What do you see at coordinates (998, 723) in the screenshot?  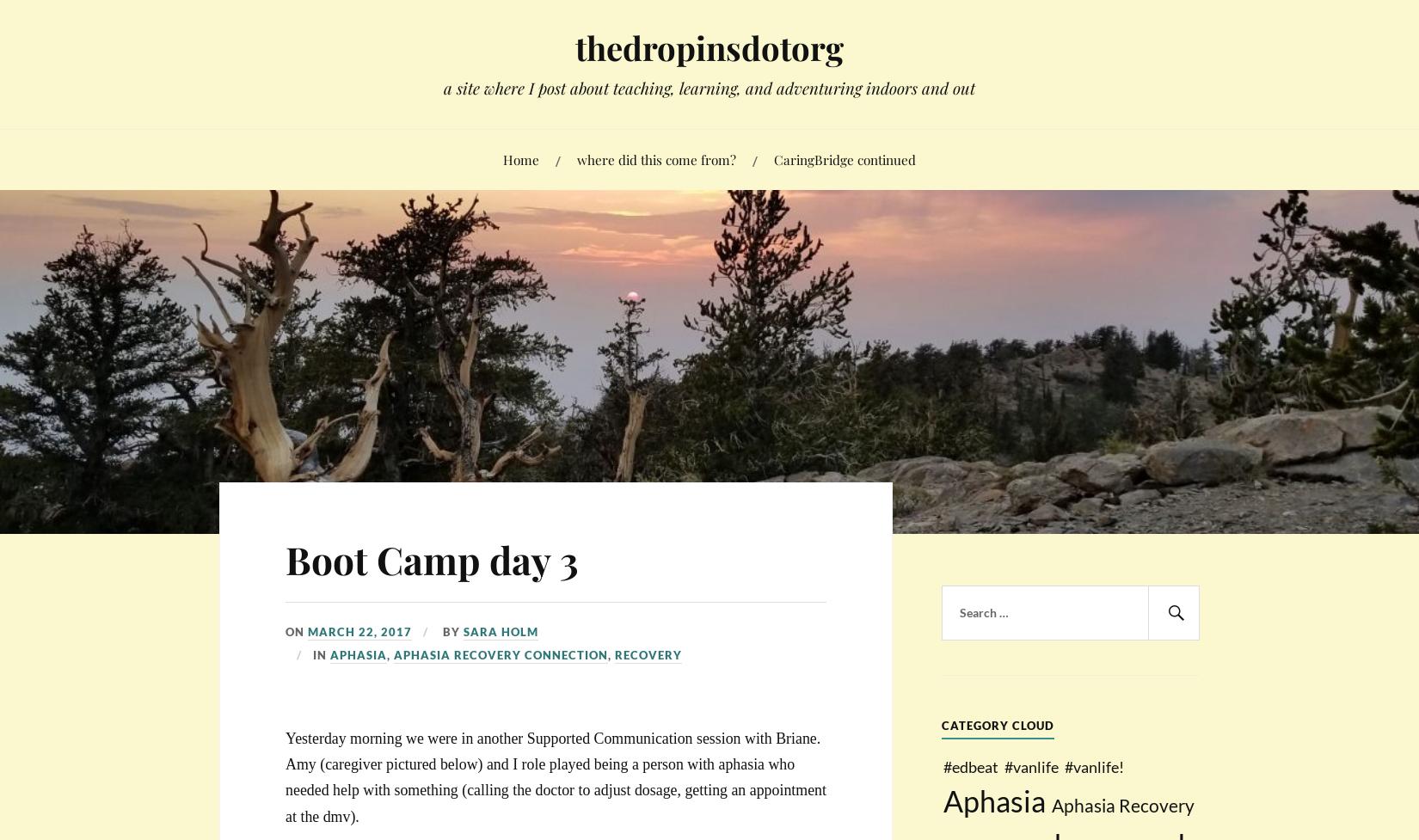 I see `'Category Cloud'` at bounding box center [998, 723].